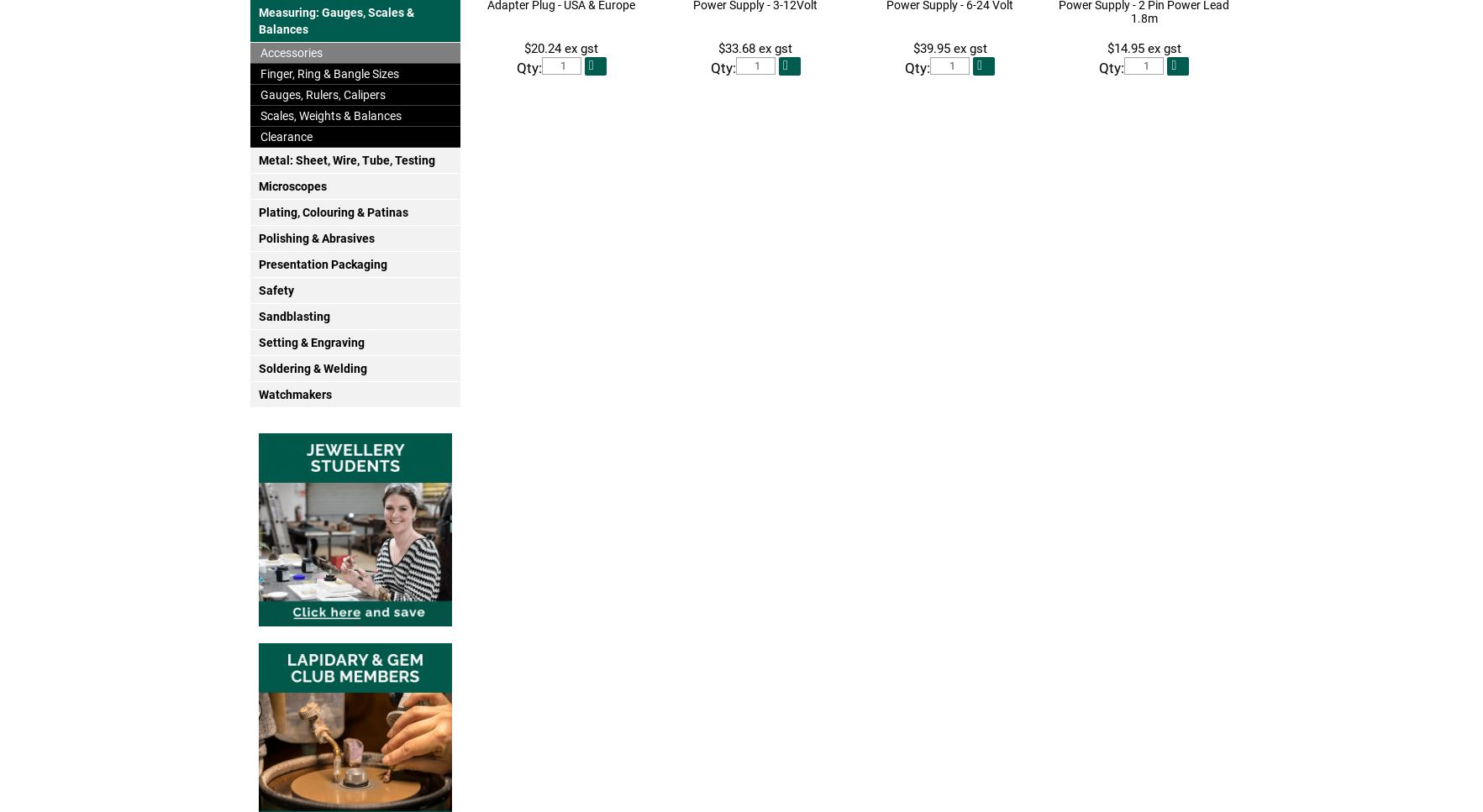 The height and width of the screenshot is (812, 1483). I want to click on 'Finger, Ring & Bangle Sizes', so click(328, 73).